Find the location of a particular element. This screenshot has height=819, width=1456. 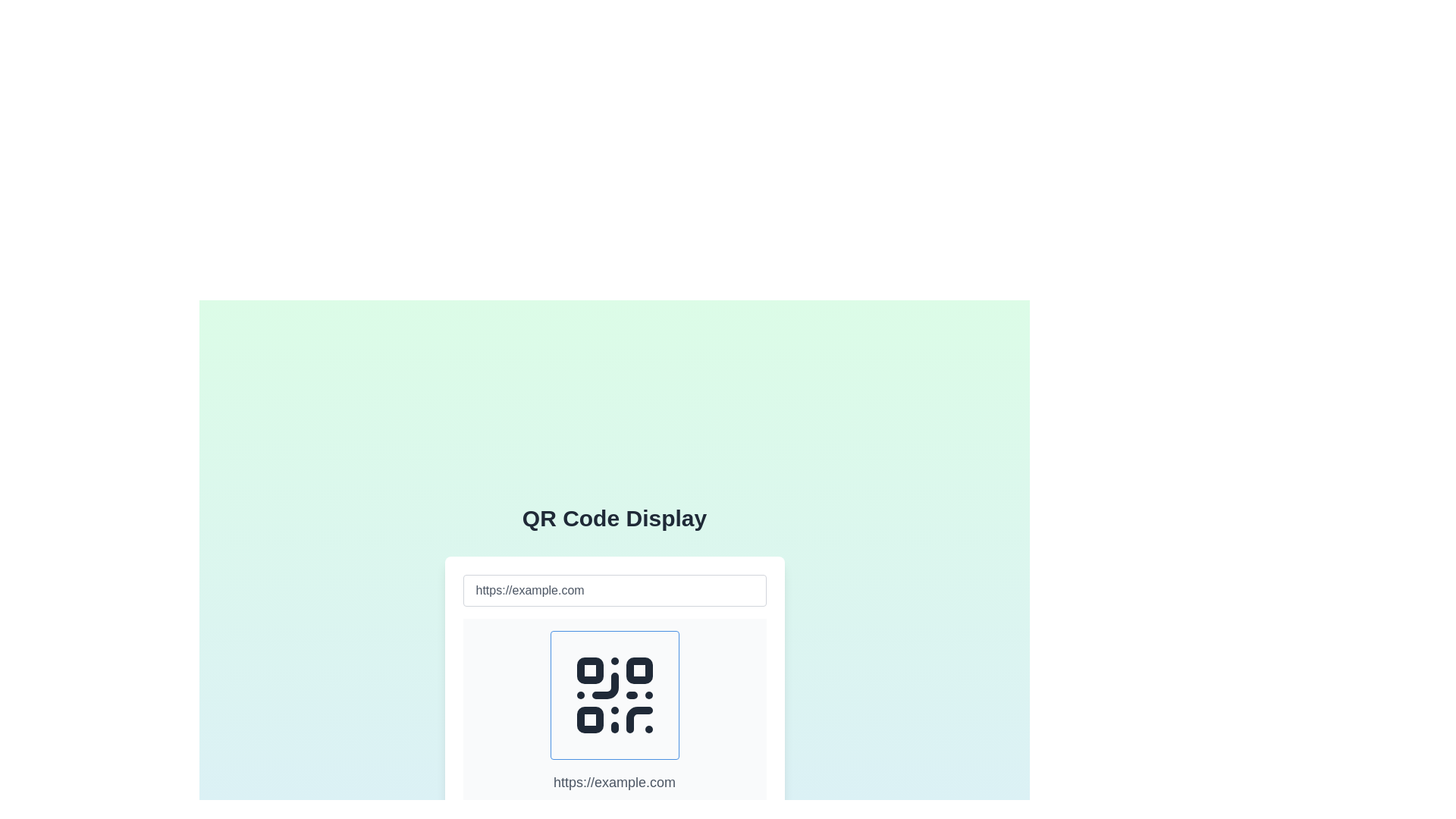

the curved black line in the bottom-right component of the QR code graphic is located at coordinates (639, 718).